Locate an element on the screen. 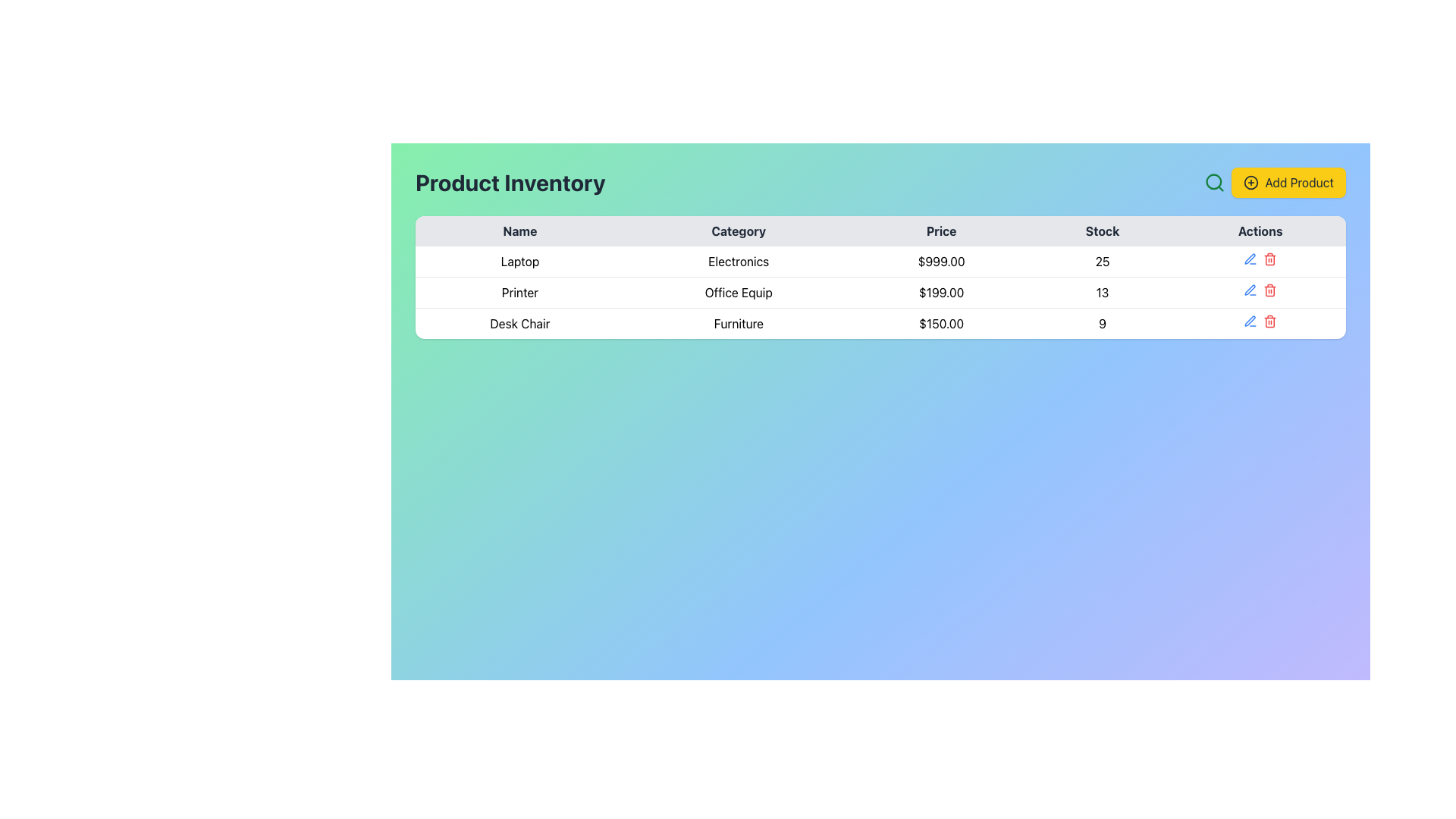  the text entry labeled 'Printer' located in the second row of the table under the 'Name' column is located at coordinates (519, 292).